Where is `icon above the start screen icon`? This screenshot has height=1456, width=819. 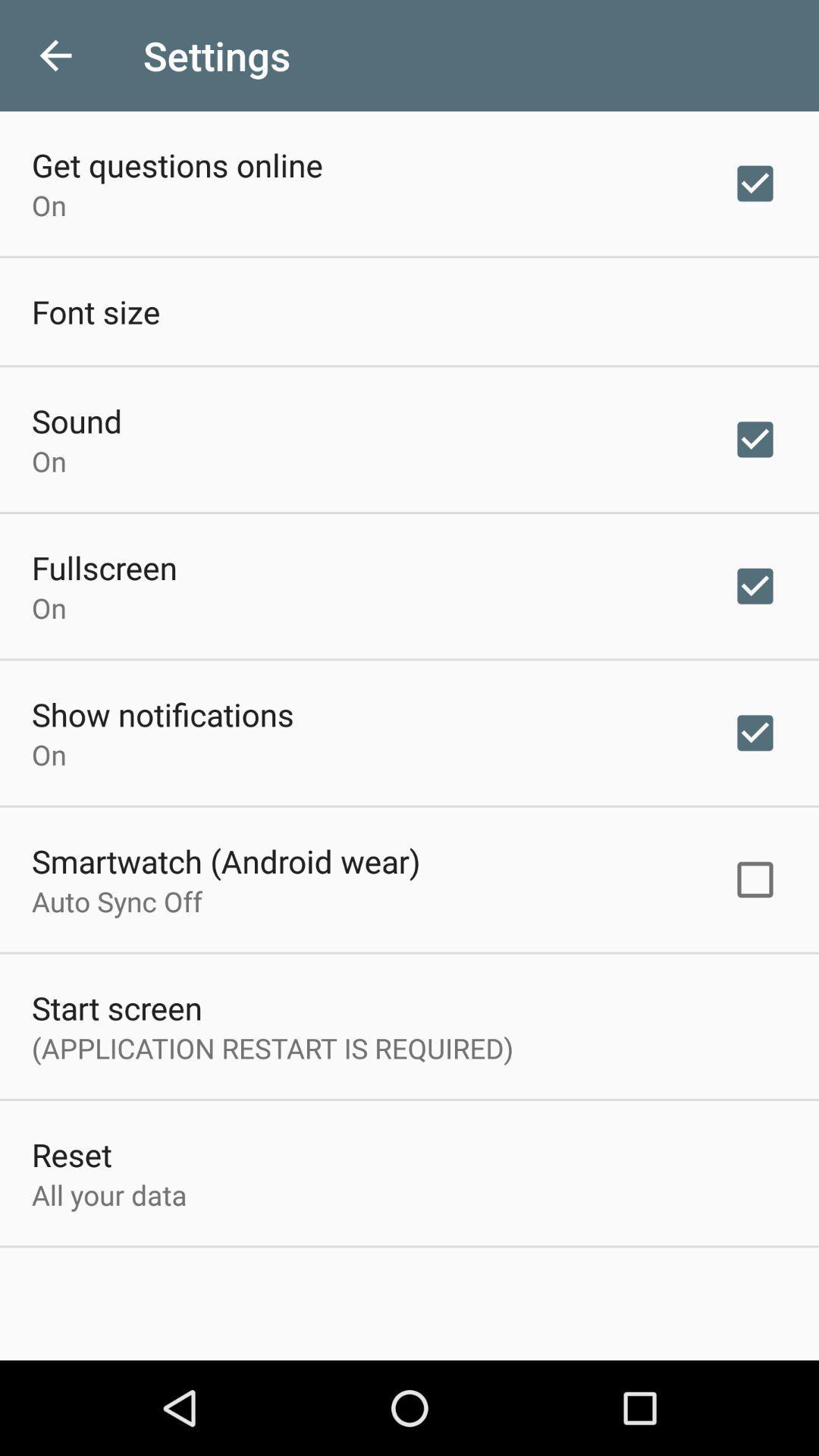 icon above the start screen icon is located at coordinates (116, 901).